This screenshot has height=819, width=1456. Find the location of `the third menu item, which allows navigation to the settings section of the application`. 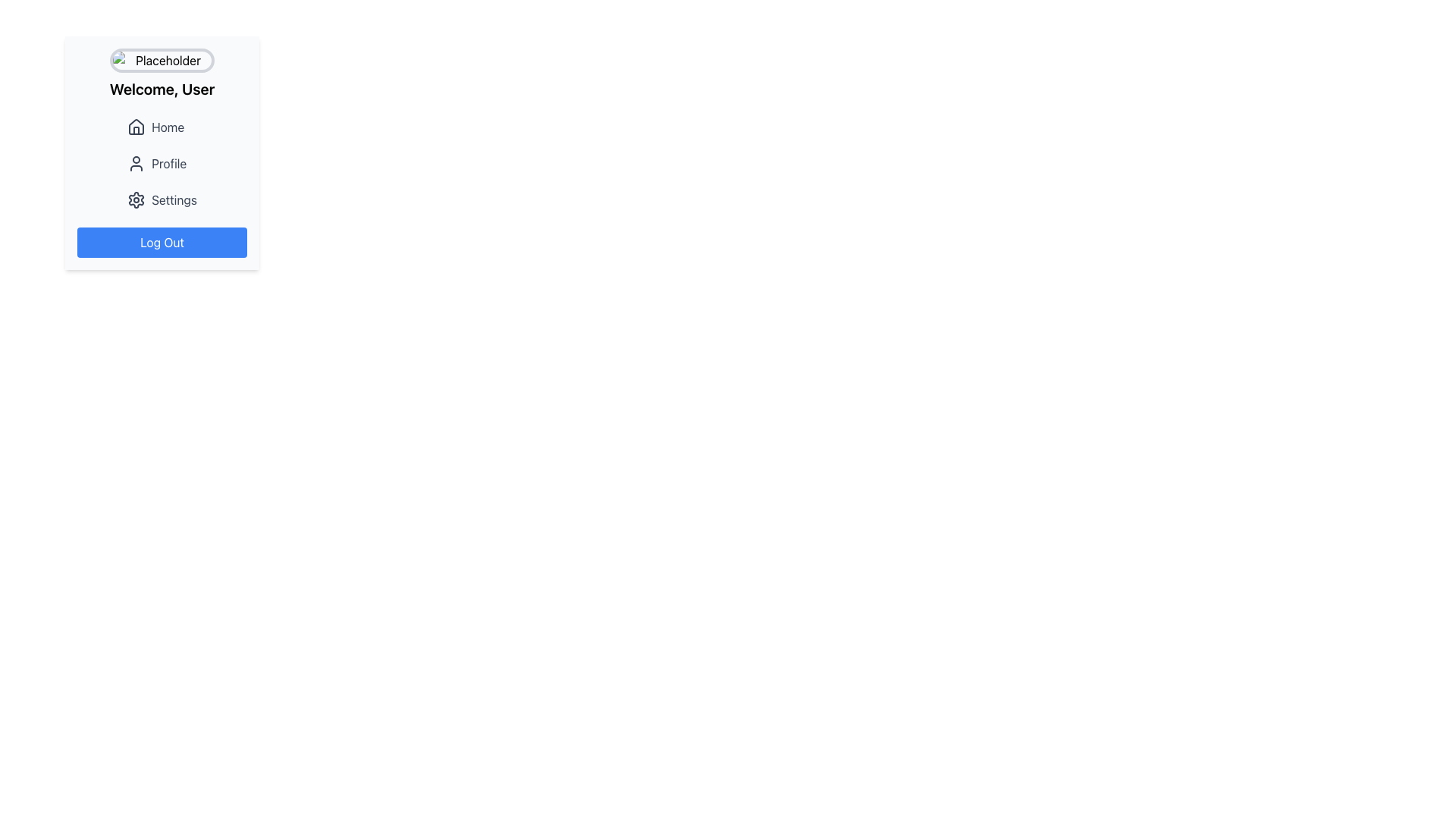

the third menu item, which allows navigation to the settings section of the application is located at coordinates (162, 199).